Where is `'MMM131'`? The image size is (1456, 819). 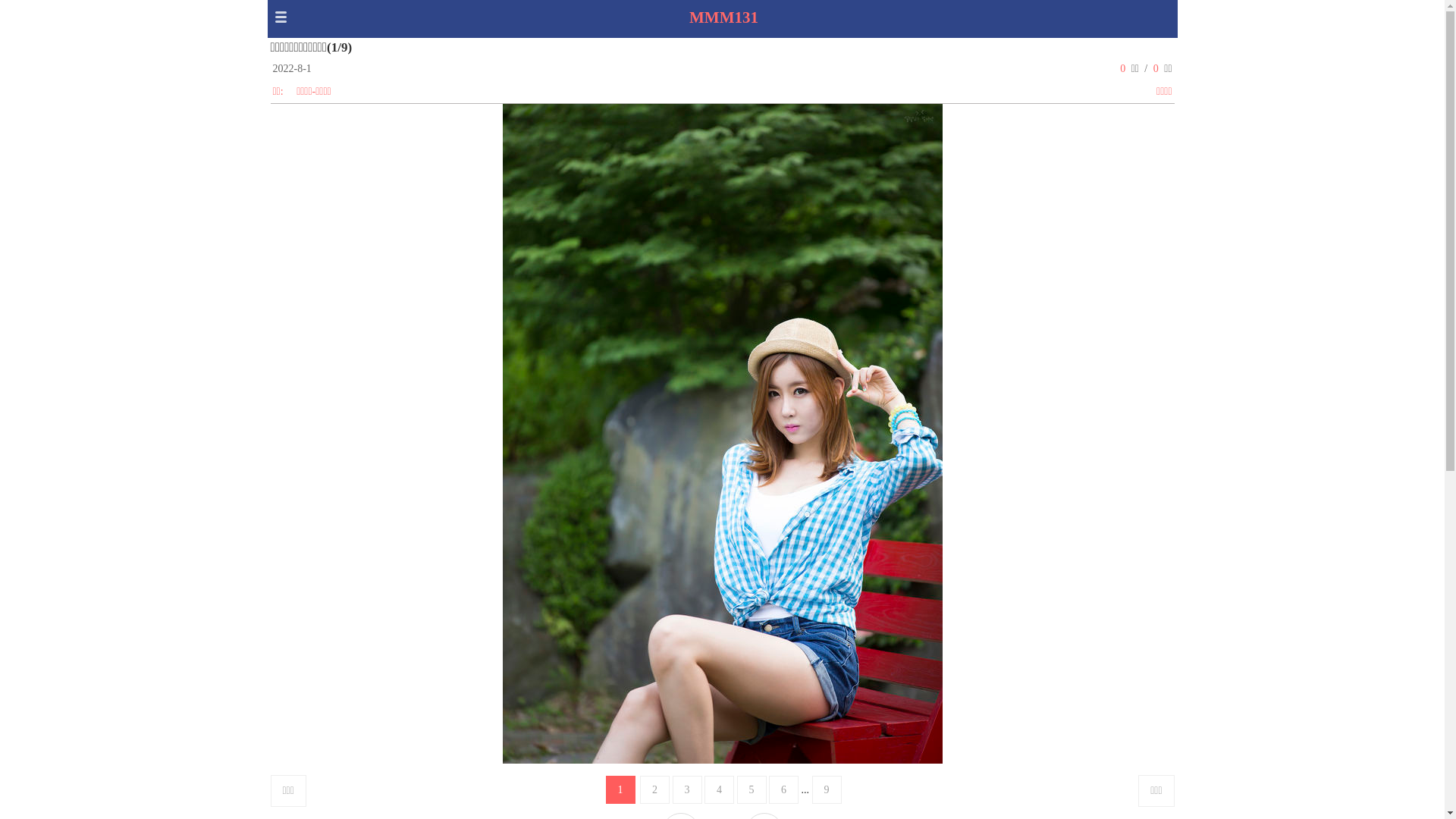
'MMM131' is located at coordinates (723, 17).